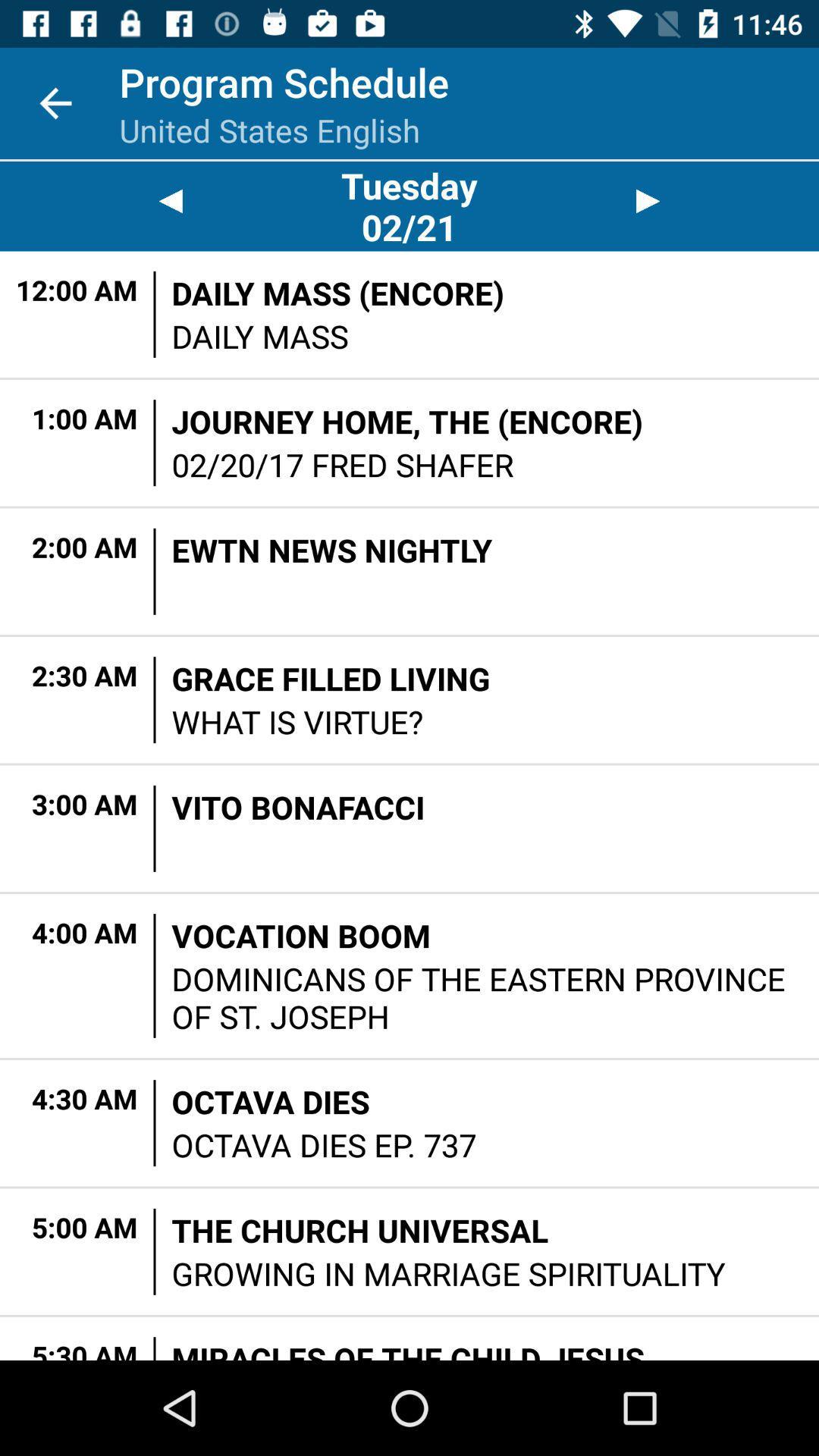  Describe the element at coordinates (170, 200) in the screenshot. I see `the arrow_backward icon` at that location.